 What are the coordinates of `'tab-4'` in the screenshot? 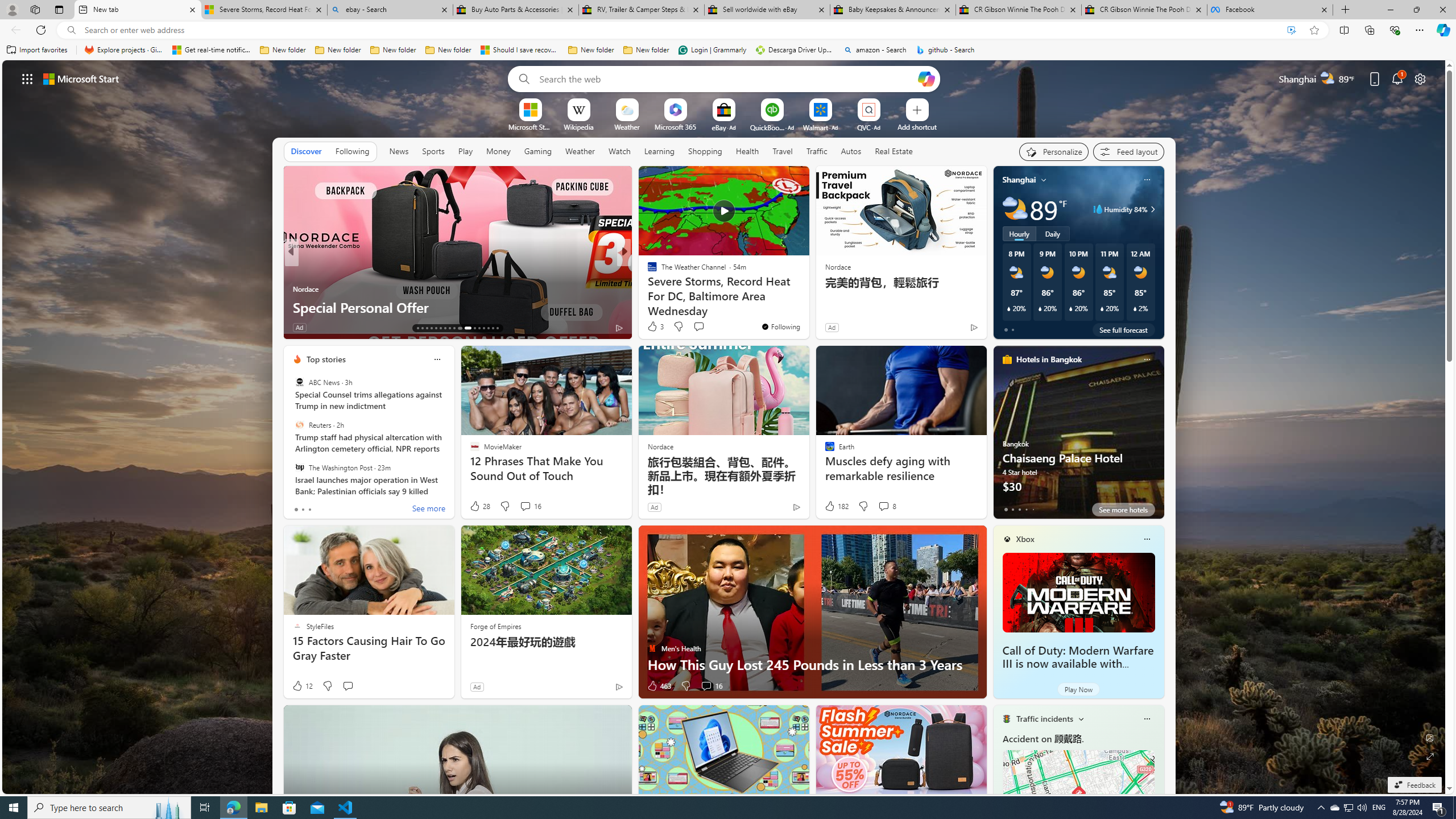 It's located at (1032, 509).